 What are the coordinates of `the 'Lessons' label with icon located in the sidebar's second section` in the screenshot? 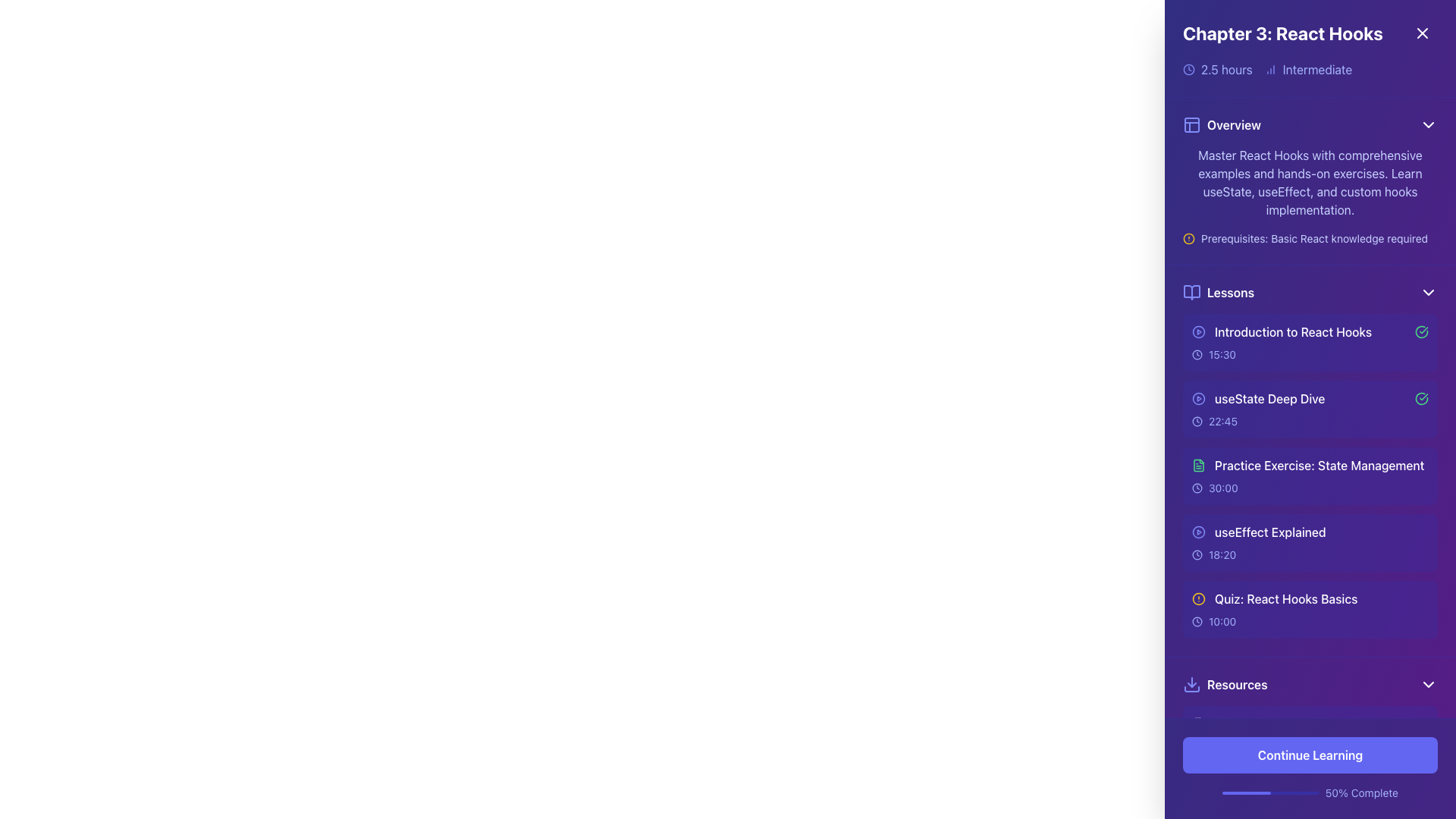 It's located at (1219, 292).